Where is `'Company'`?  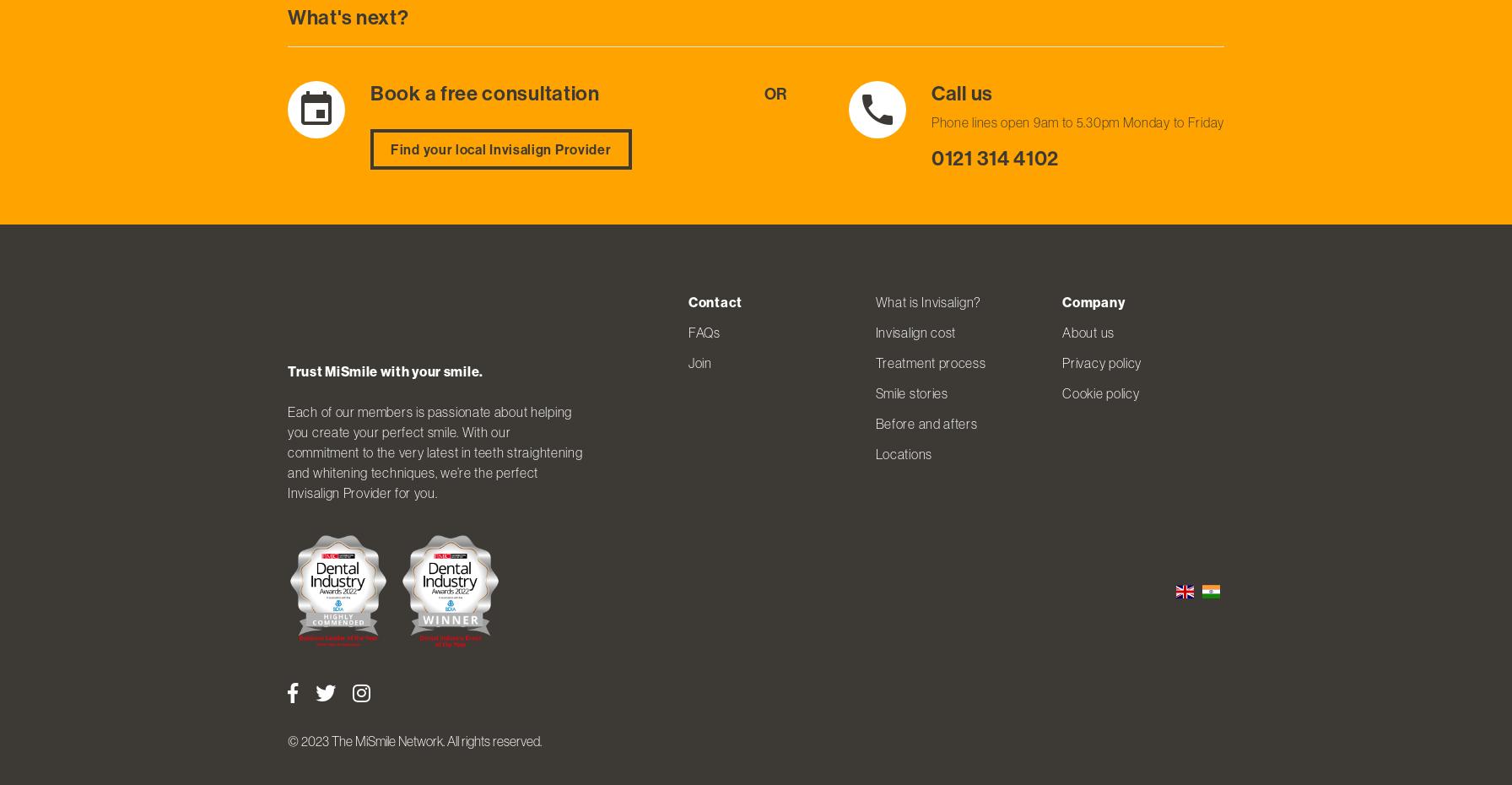
'Company' is located at coordinates (1093, 300).